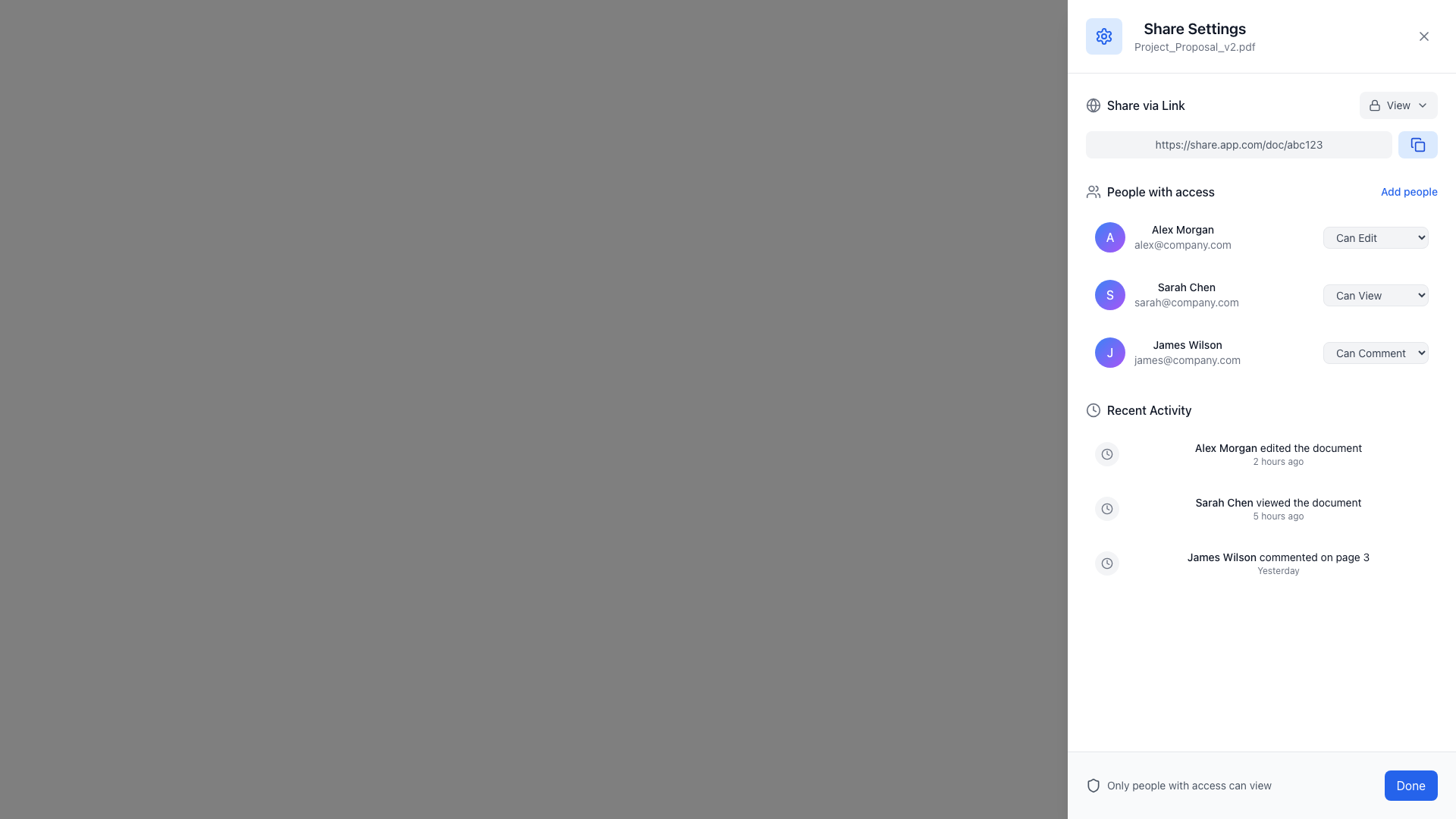 The width and height of the screenshot is (1456, 819). Describe the element at coordinates (1277, 570) in the screenshot. I see `text label displaying 'Yesterday' located in the 'Recent Activity' section, below the comment by James Wilson` at that location.